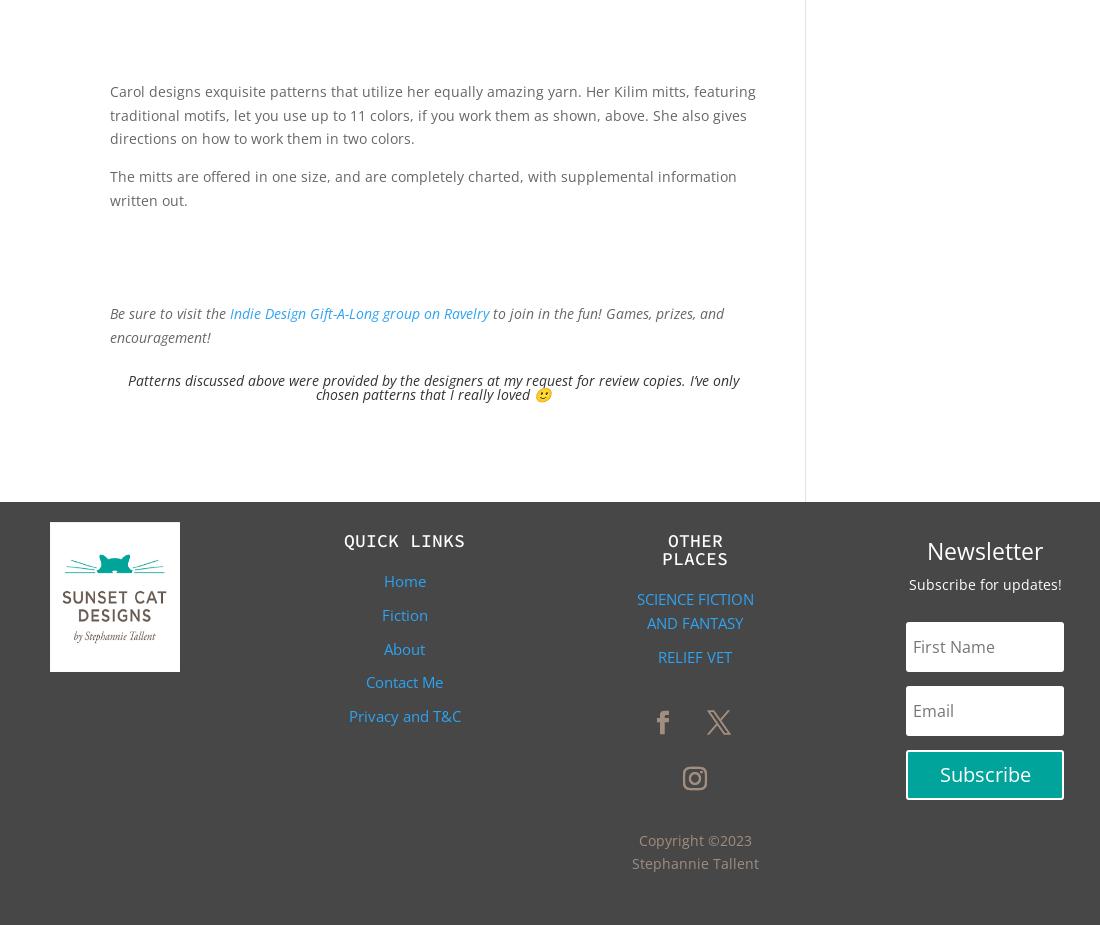  Describe the element at coordinates (110, 324) in the screenshot. I see `'to join in the fun! Games, prizes, and encouragement!'` at that location.